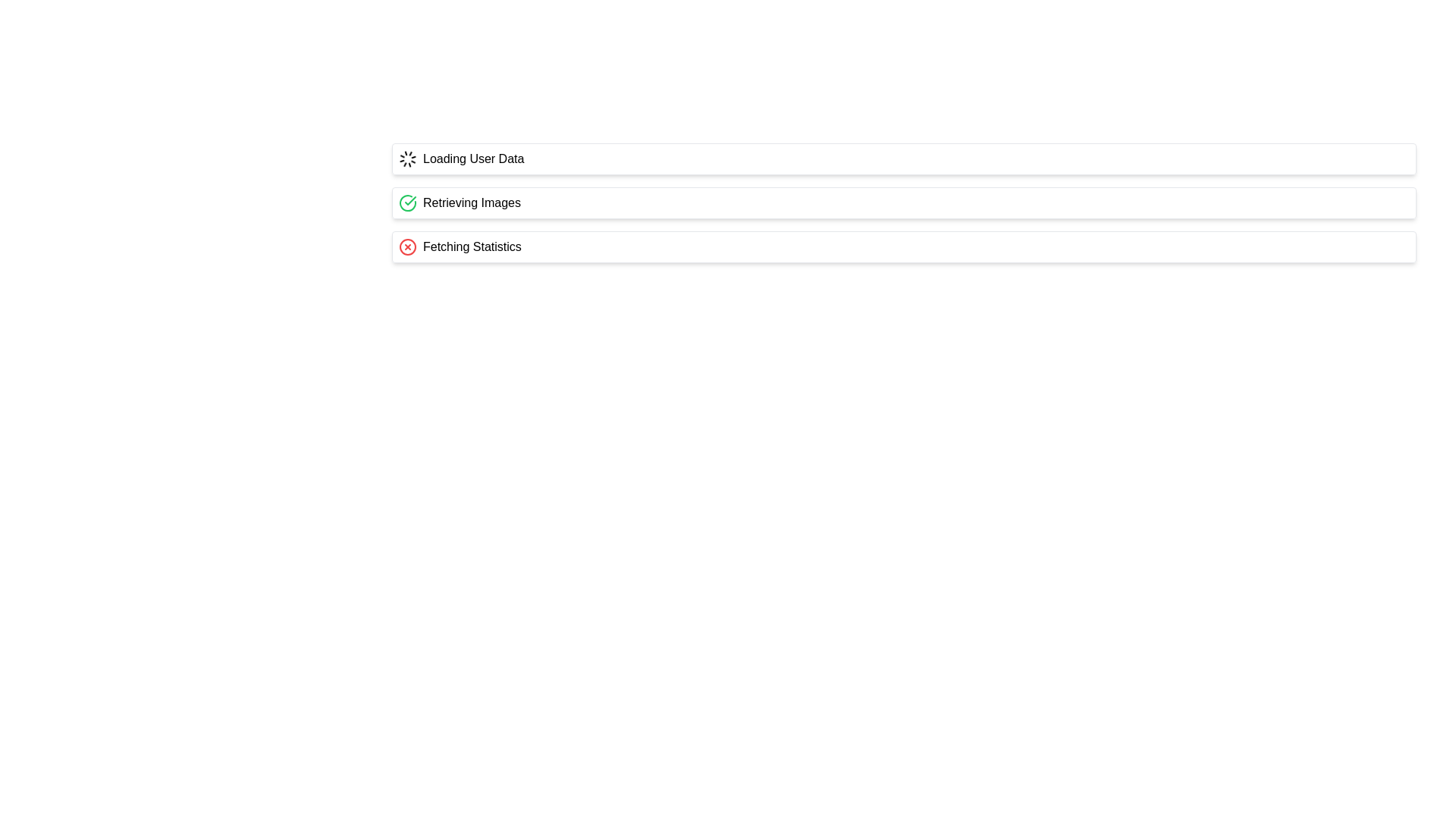  Describe the element at coordinates (471, 246) in the screenshot. I see `the text label displaying 'Fetching Statistics', which is the third item in a vertical list of status indicators and is accompanied by a red circular icon` at that location.